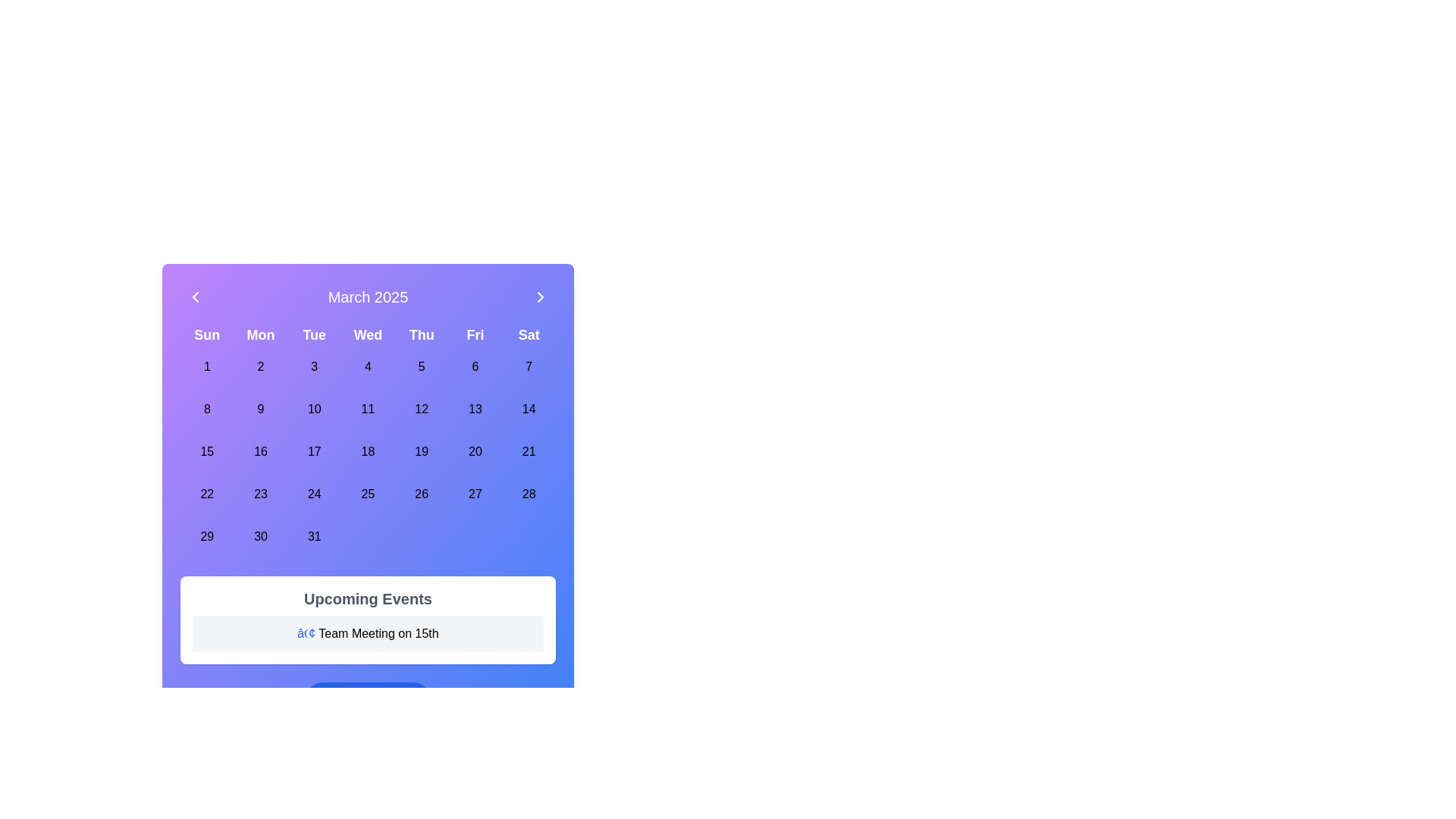 This screenshot has width=1456, height=819. I want to click on the circular button displaying the date '28' in bold black text, located in the Saturday column of the calendar interface, so click(529, 494).